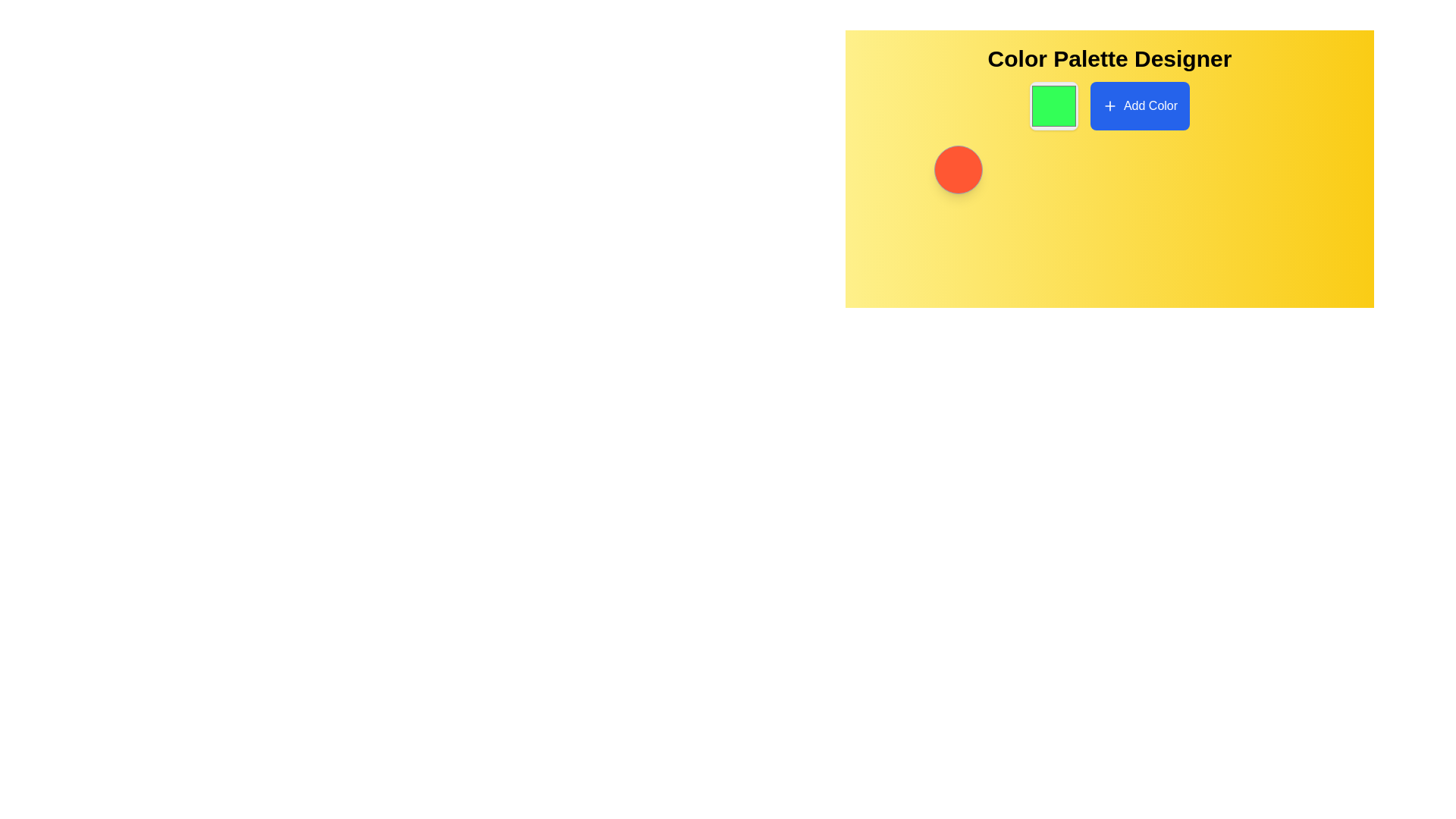 This screenshot has width=1456, height=819. I want to click on the bold, large-sized text label displaying 'Color Palette Designer' located at the top-center of the interface, so click(1109, 58).